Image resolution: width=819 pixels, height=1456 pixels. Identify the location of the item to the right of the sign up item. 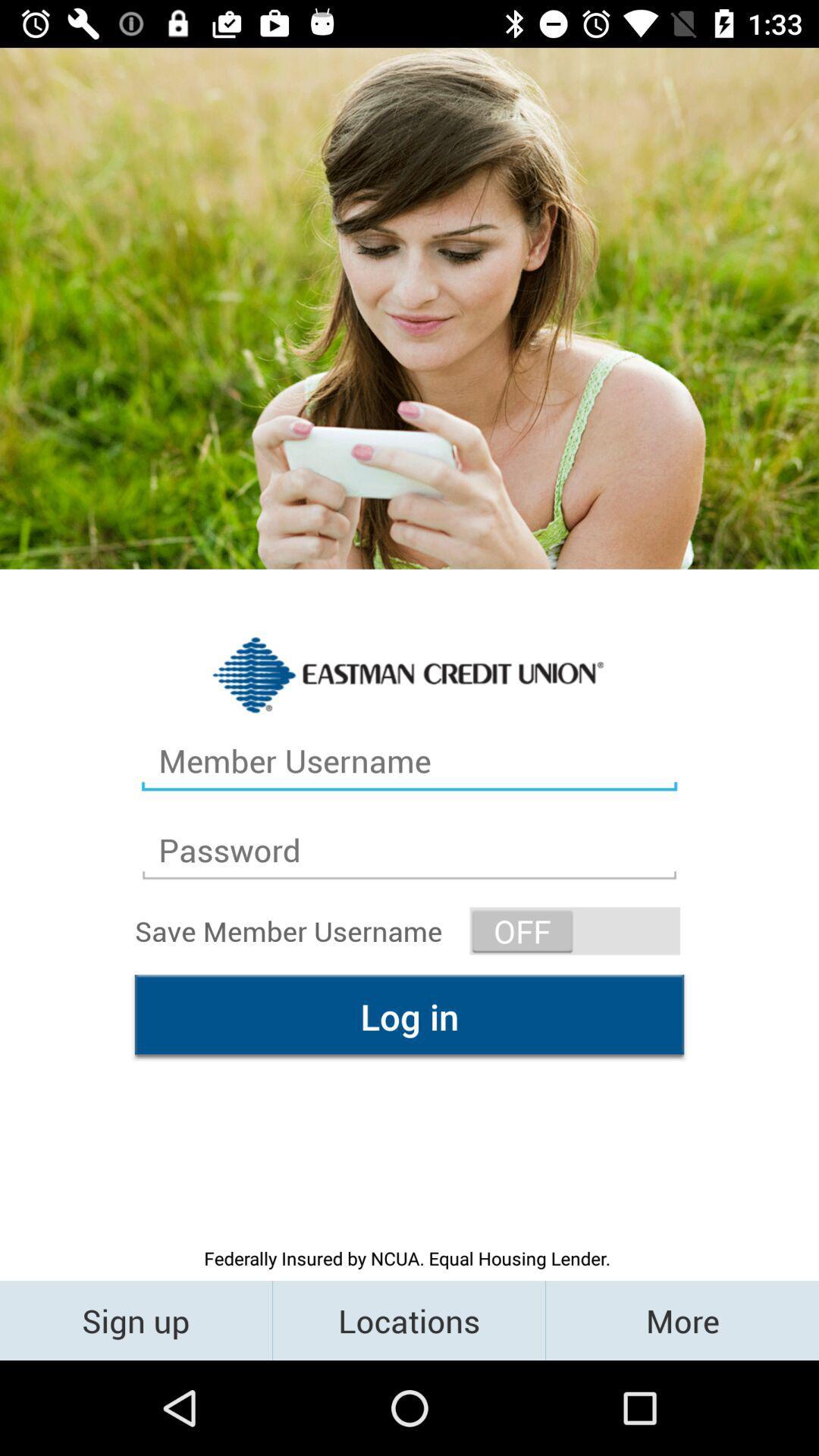
(408, 1319).